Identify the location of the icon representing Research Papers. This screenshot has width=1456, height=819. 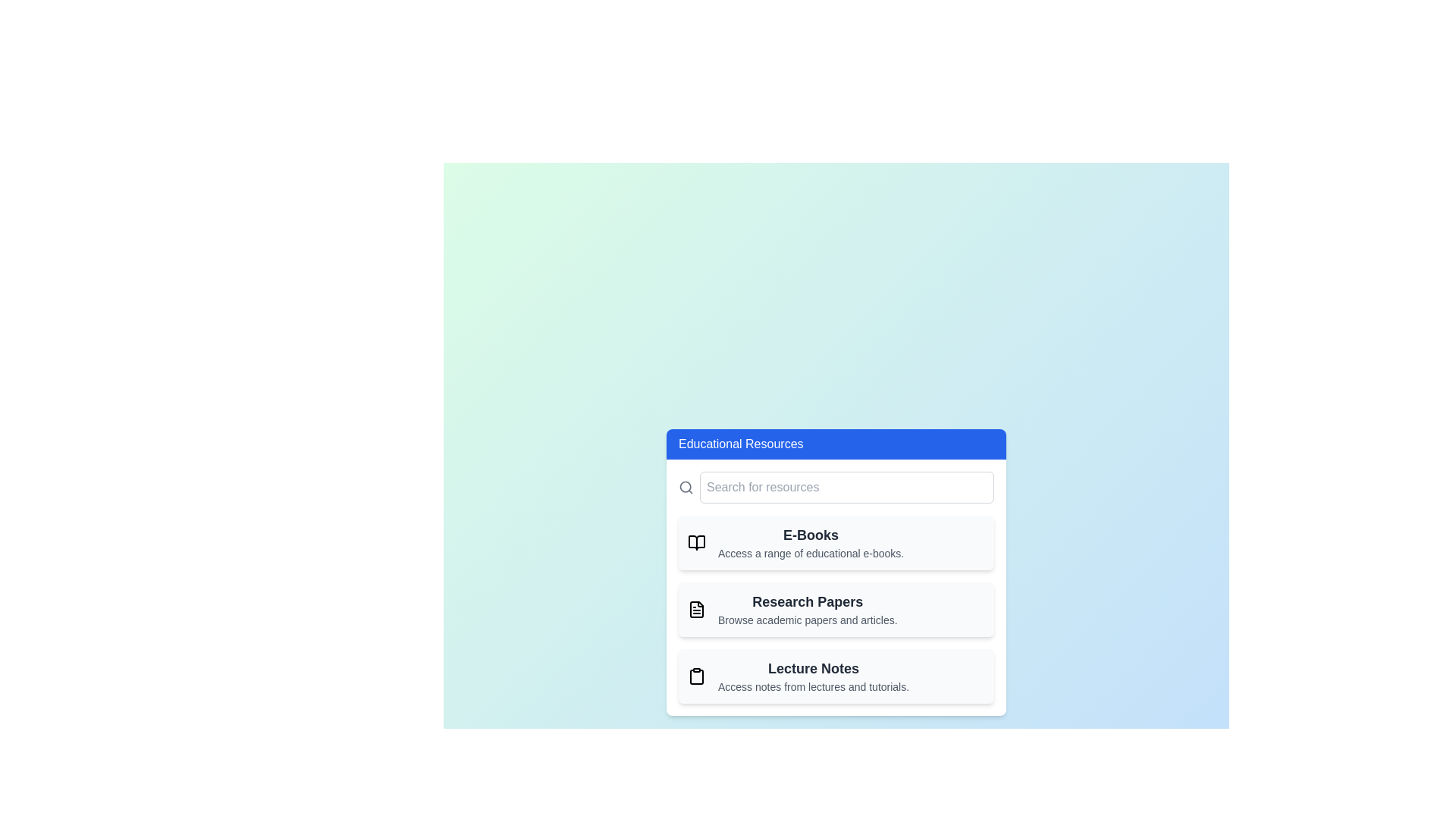
(695, 608).